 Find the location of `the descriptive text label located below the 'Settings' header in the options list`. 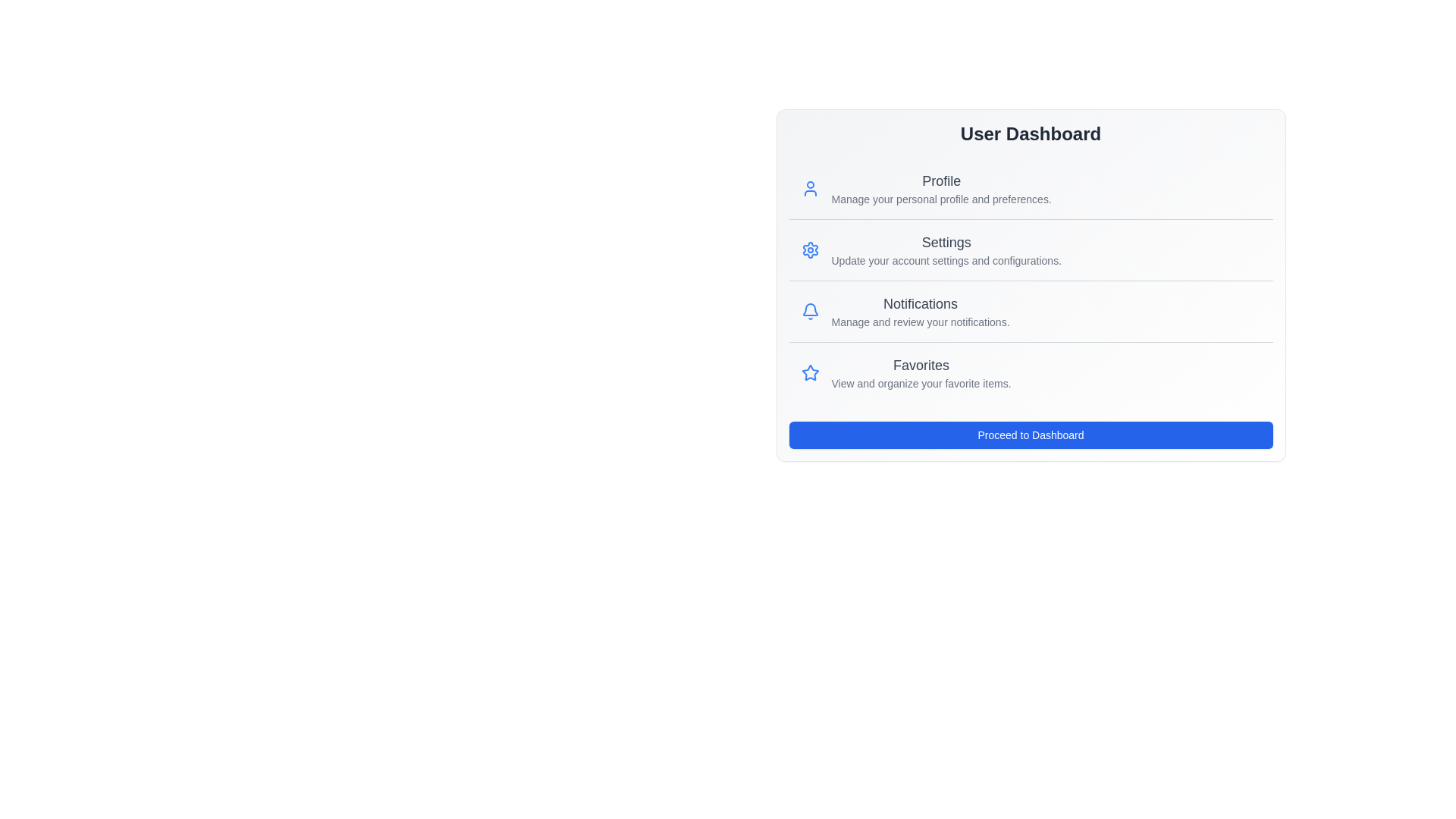

the descriptive text label located below the 'Settings' header in the options list is located at coordinates (946, 259).